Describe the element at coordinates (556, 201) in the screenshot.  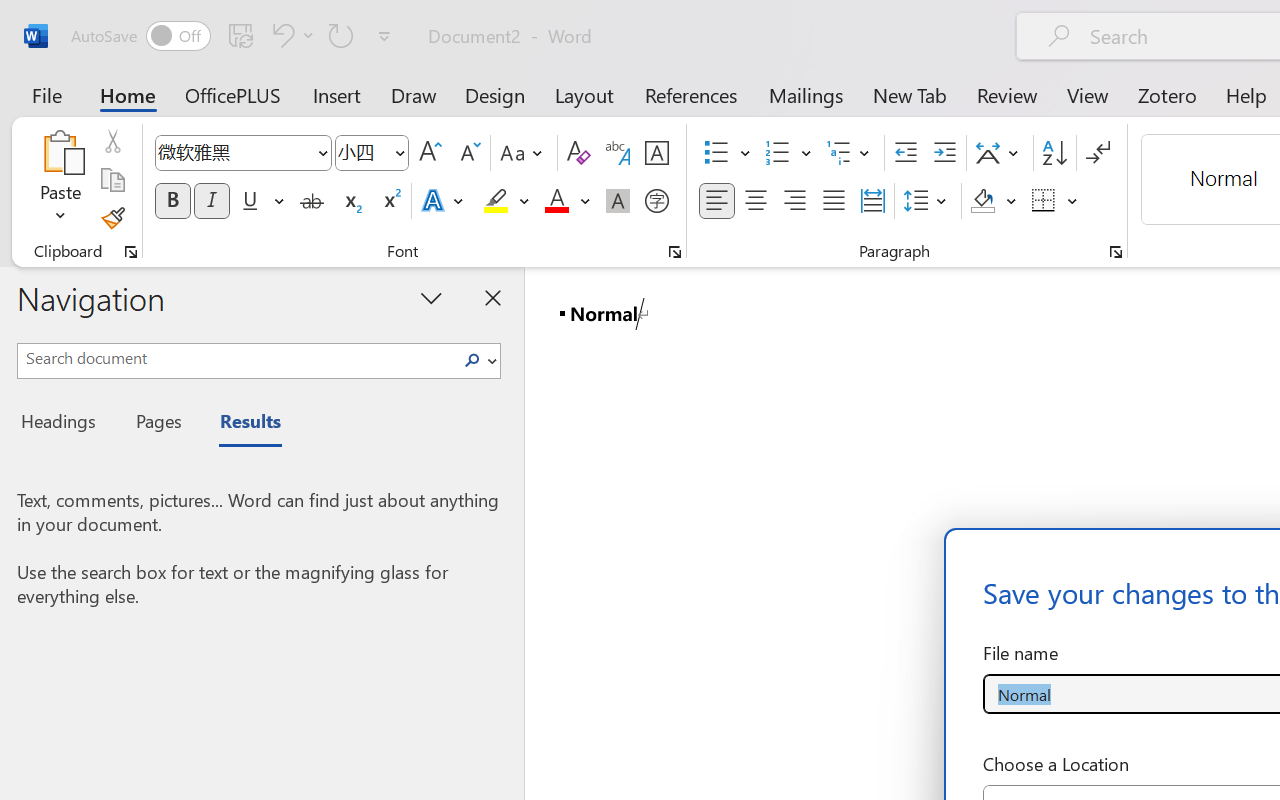
I see `'Font Color Red'` at that location.